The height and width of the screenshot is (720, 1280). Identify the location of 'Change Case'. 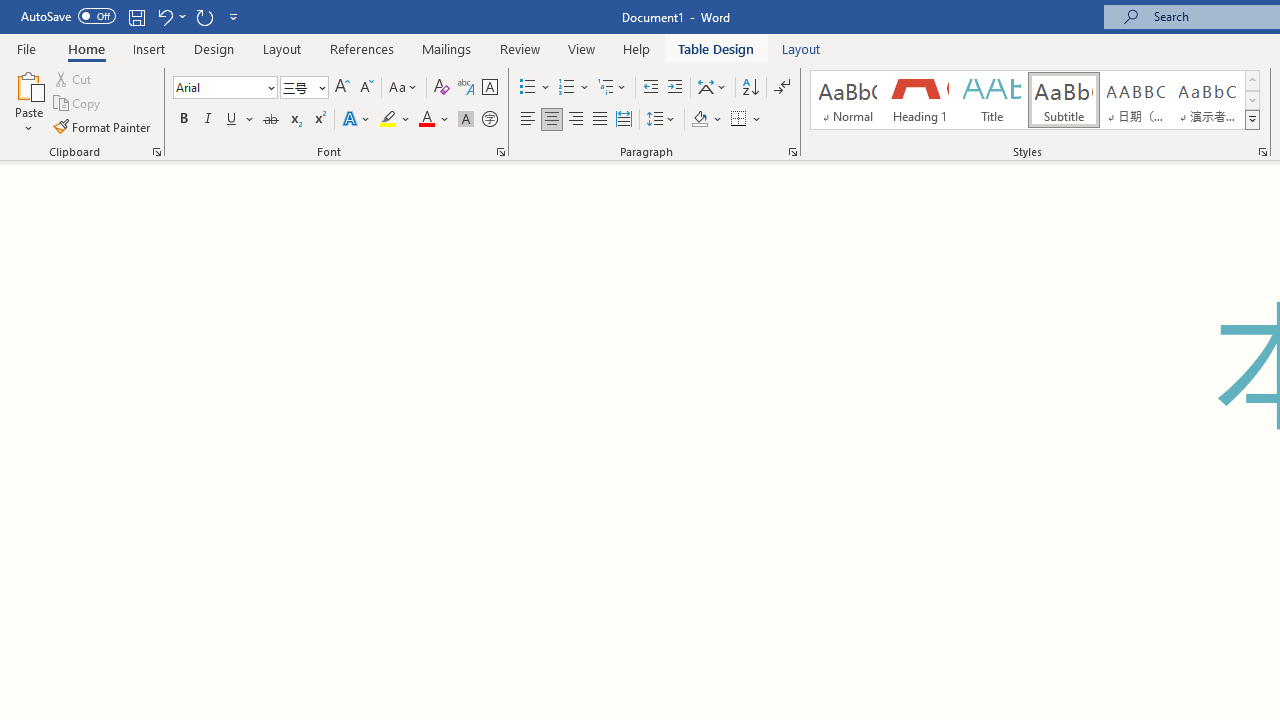
(403, 86).